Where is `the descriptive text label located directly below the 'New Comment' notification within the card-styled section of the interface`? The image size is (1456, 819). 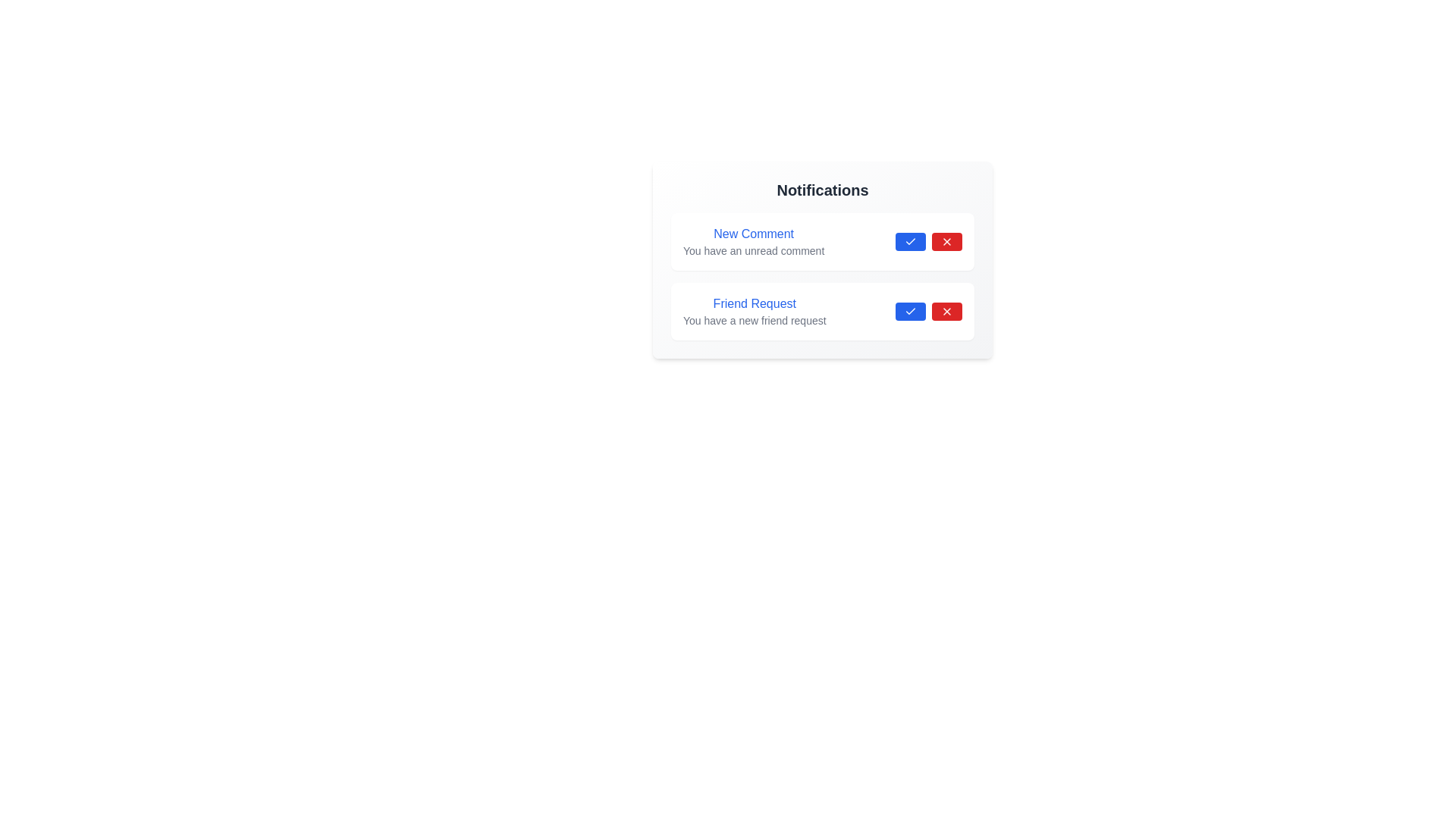 the descriptive text label located directly below the 'New Comment' notification within the card-styled section of the interface is located at coordinates (754, 250).